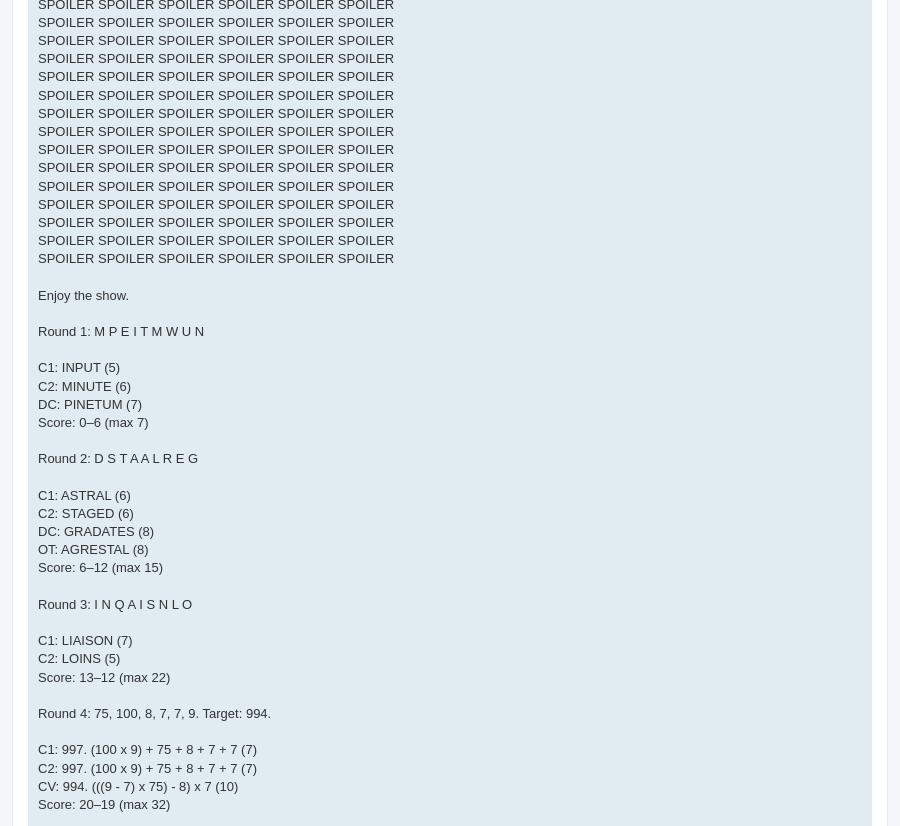 The width and height of the screenshot is (900, 826). Describe the element at coordinates (36, 367) in the screenshot. I see `'C1: INPUT (5)'` at that location.